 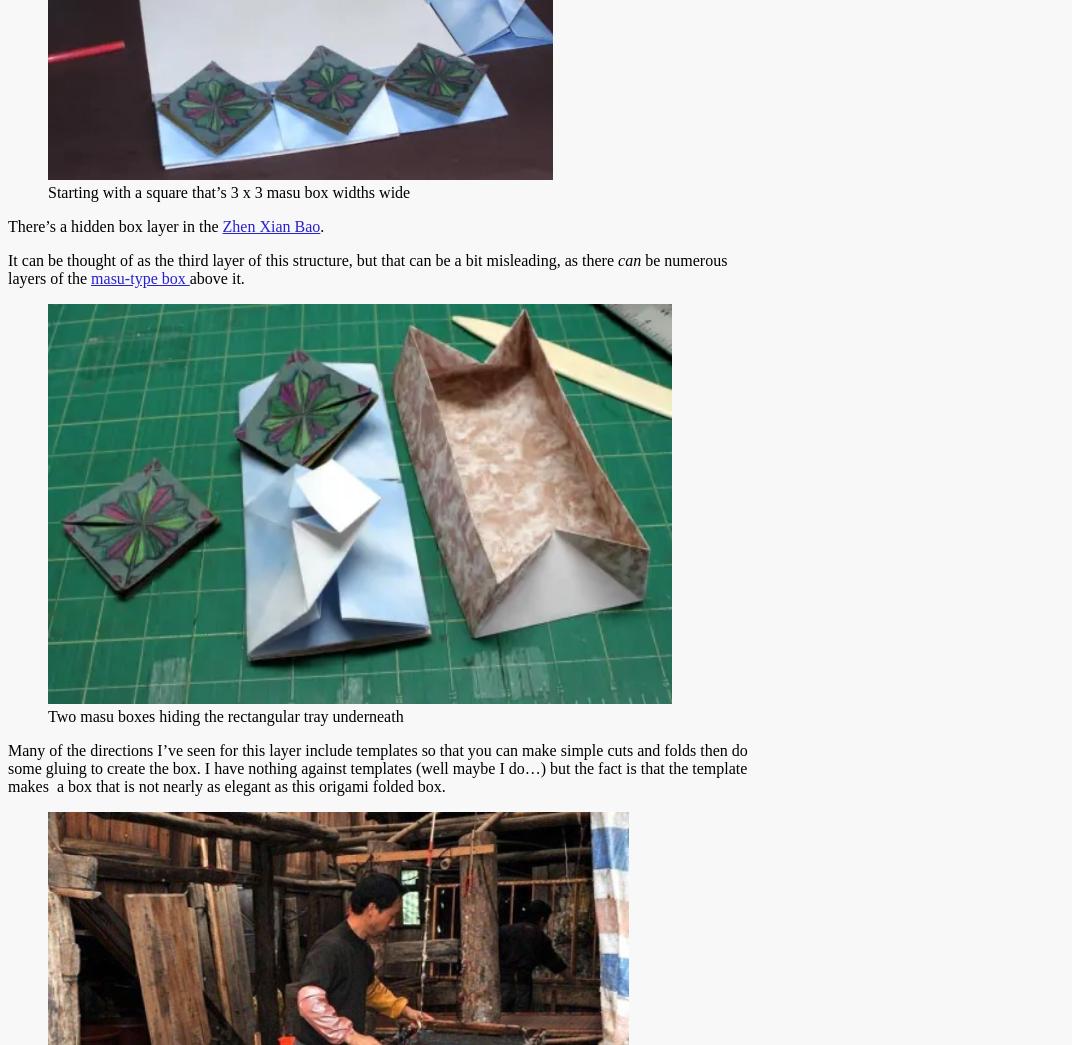 I want to click on 'Starting with a square that’s 3 x 3 masu box widths wide', so click(x=228, y=192).